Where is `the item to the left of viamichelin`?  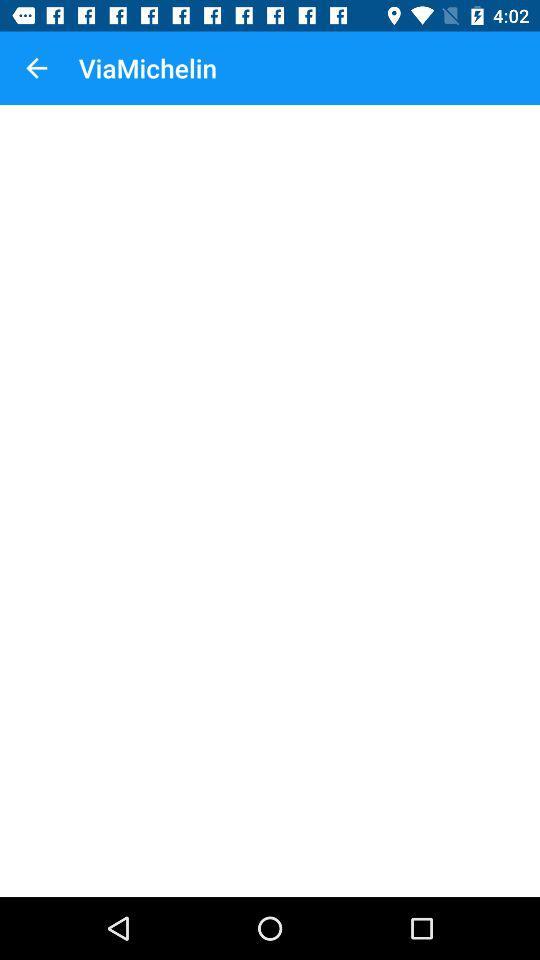 the item to the left of viamichelin is located at coordinates (36, 68).